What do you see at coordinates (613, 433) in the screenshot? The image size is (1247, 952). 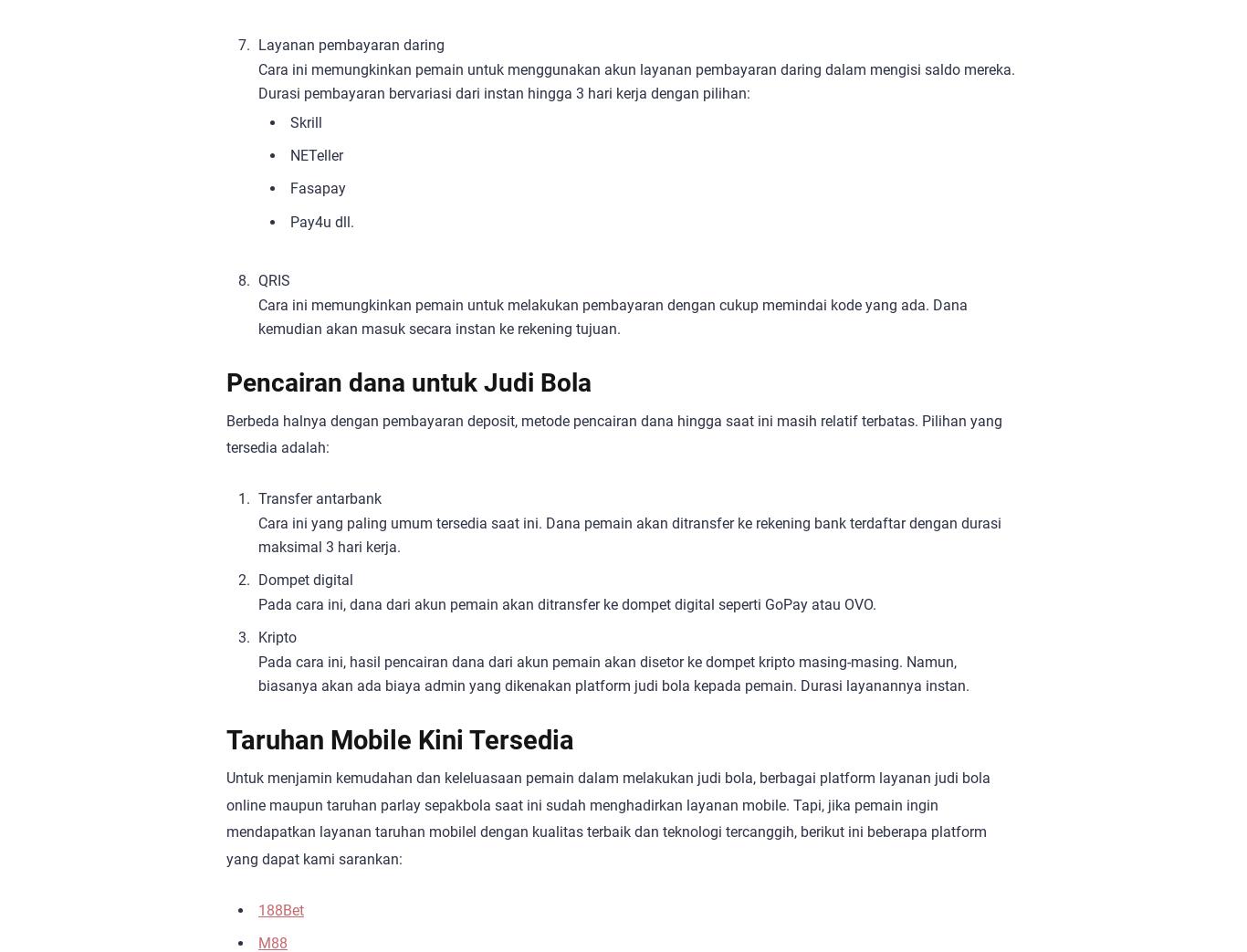 I see `'Berbeda halnya dengan pembayaran deposit, metode pencairan dana hingga saat ini masih relatif terbatas. Pilihan yang tersedia adalah:'` at bounding box center [613, 433].